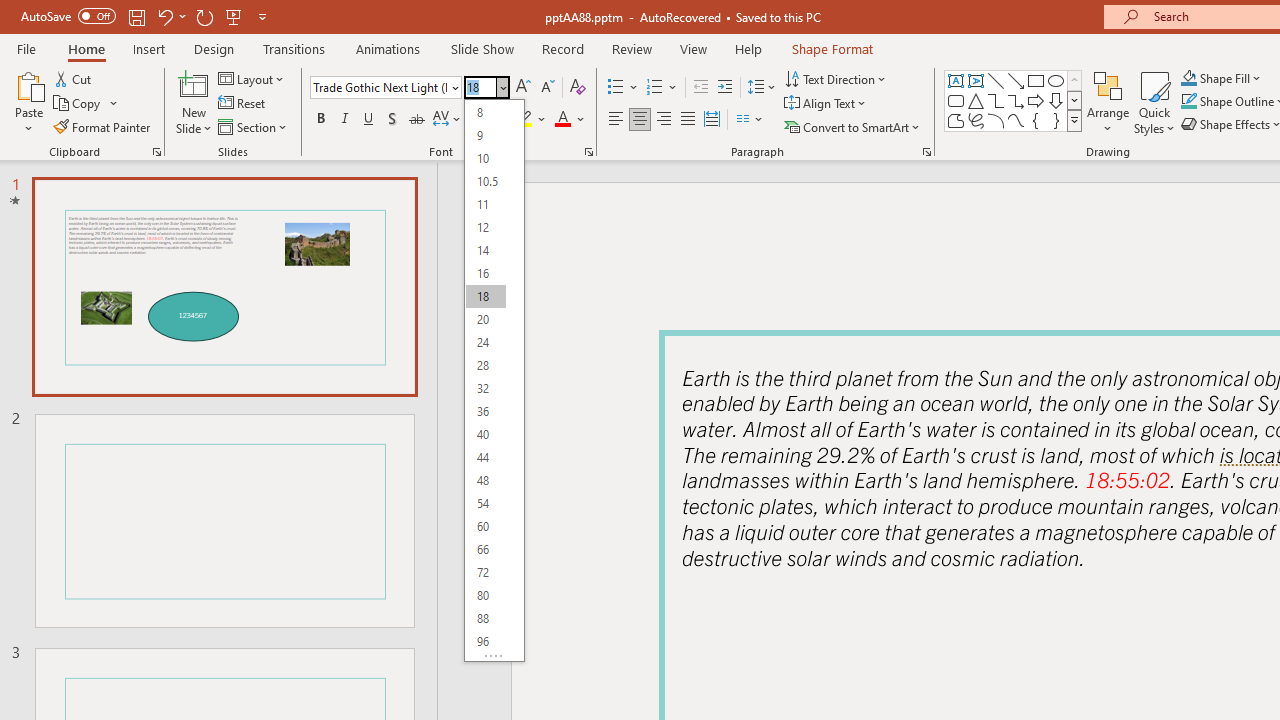 The height and width of the screenshot is (720, 1280). What do you see at coordinates (485, 572) in the screenshot?
I see `'72'` at bounding box center [485, 572].